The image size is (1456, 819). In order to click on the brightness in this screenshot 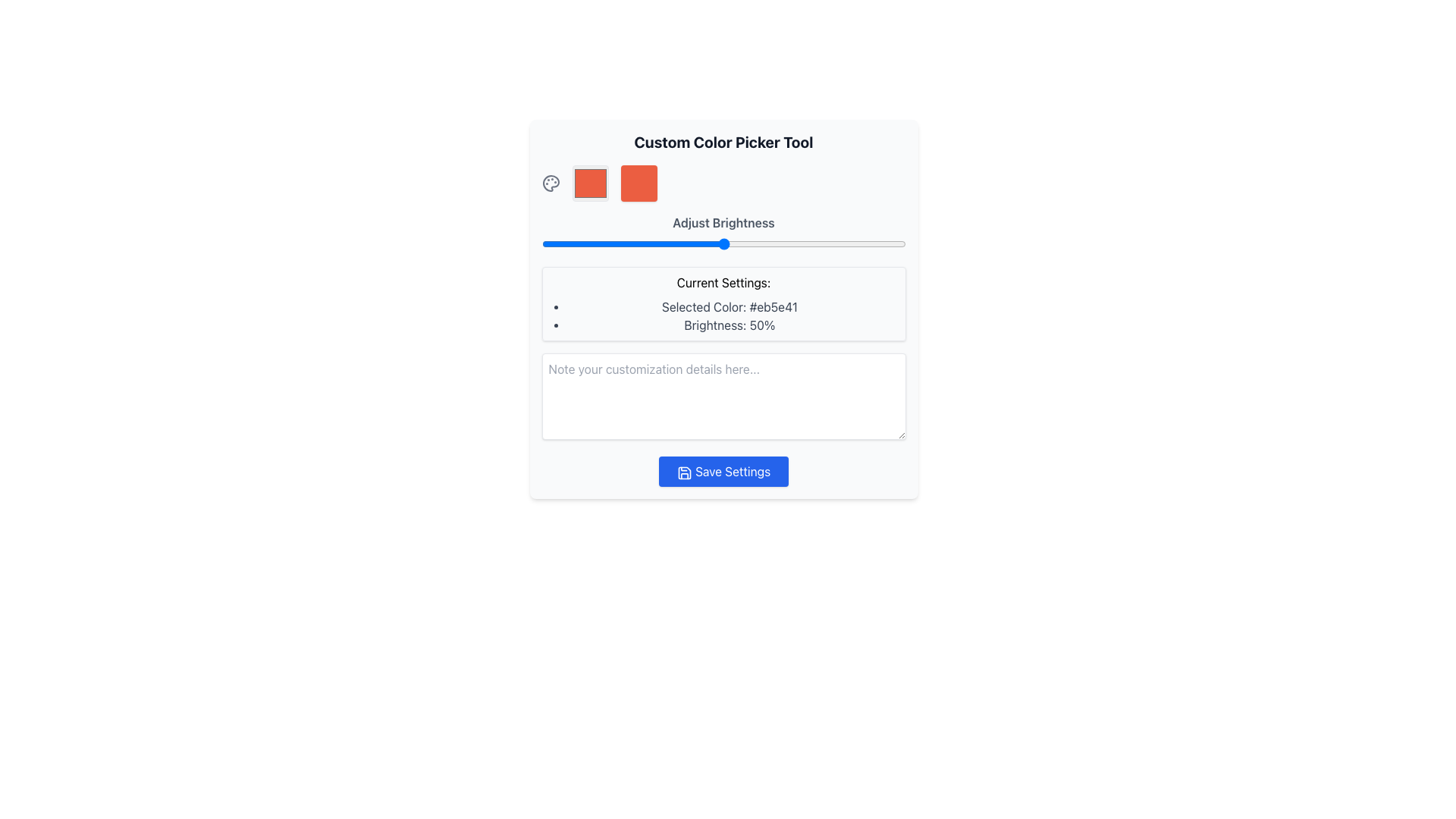, I will do `click(599, 243)`.